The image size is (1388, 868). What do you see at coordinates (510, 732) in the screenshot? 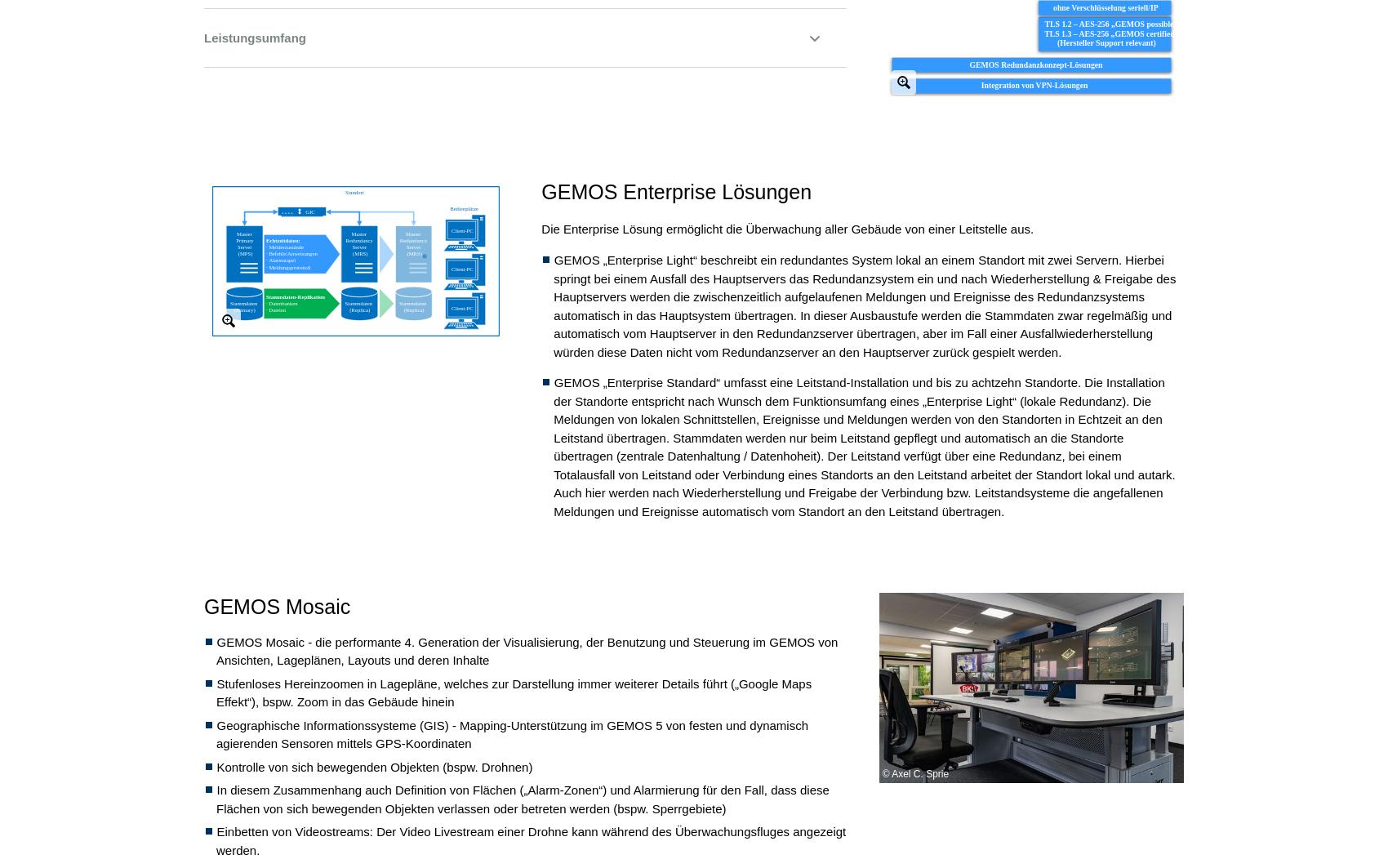
I see `'Geographische Informationssysteme (GIS) - Mapping-Unterstützung im GEMOS 5 von festen und dynamisch agierenden Sensoren mittels GPS-Koordinaten'` at bounding box center [510, 732].